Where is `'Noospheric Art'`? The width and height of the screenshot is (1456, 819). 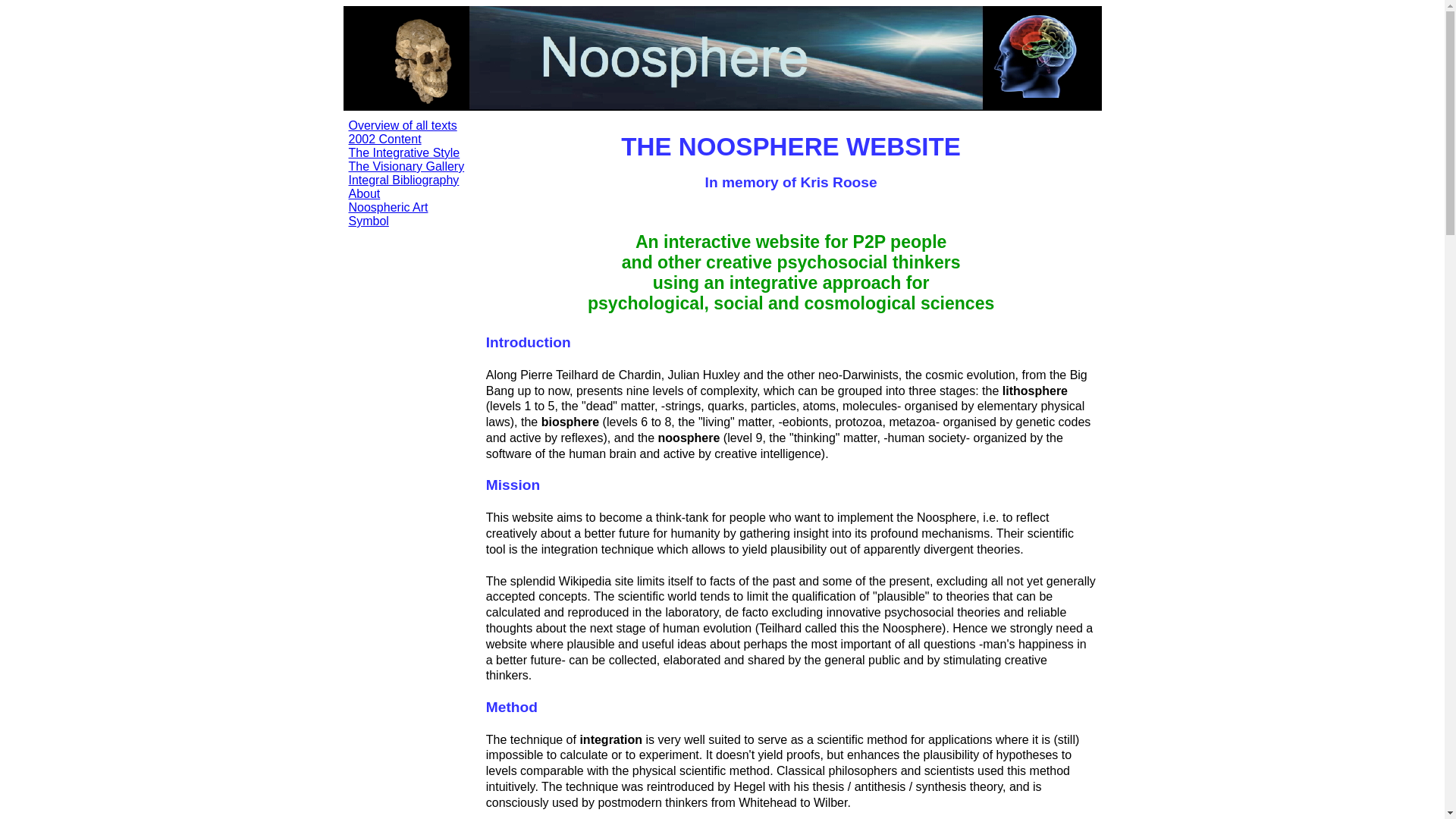
'Noospheric Art' is located at coordinates (388, 207).